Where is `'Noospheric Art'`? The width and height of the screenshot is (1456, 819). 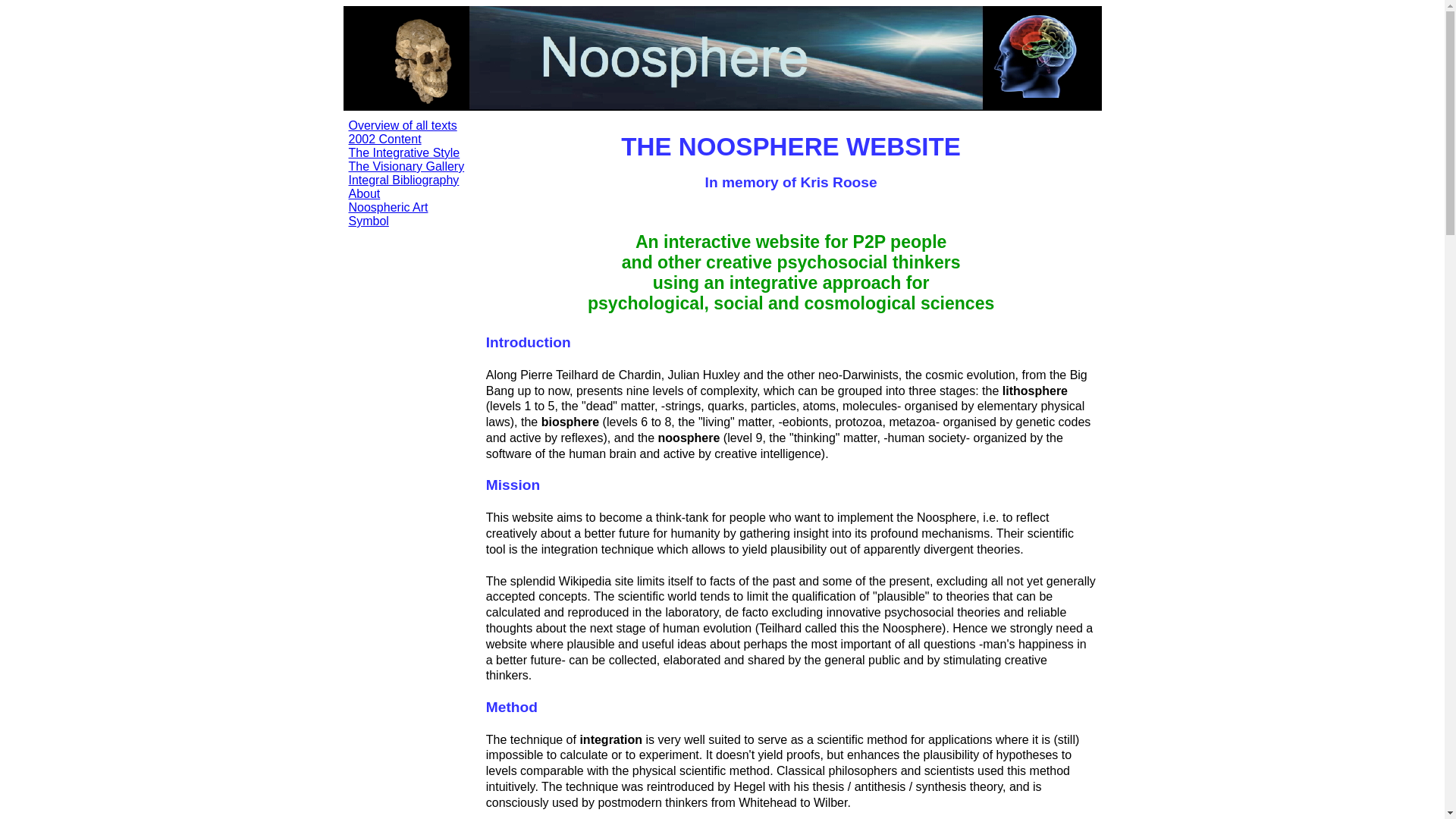
'Noospheric Art' is located at coordinates (388, 207).